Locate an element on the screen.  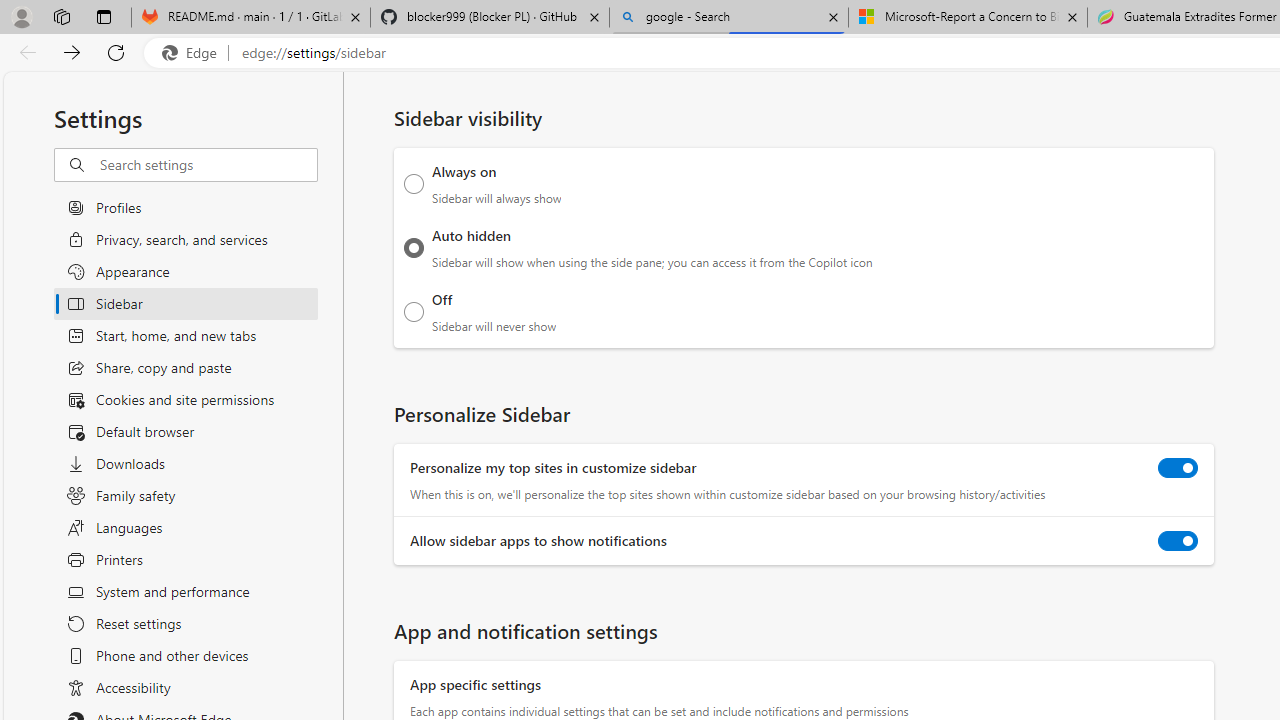
'Always on Sidebar will always show' is located at coordinates (413, 183).